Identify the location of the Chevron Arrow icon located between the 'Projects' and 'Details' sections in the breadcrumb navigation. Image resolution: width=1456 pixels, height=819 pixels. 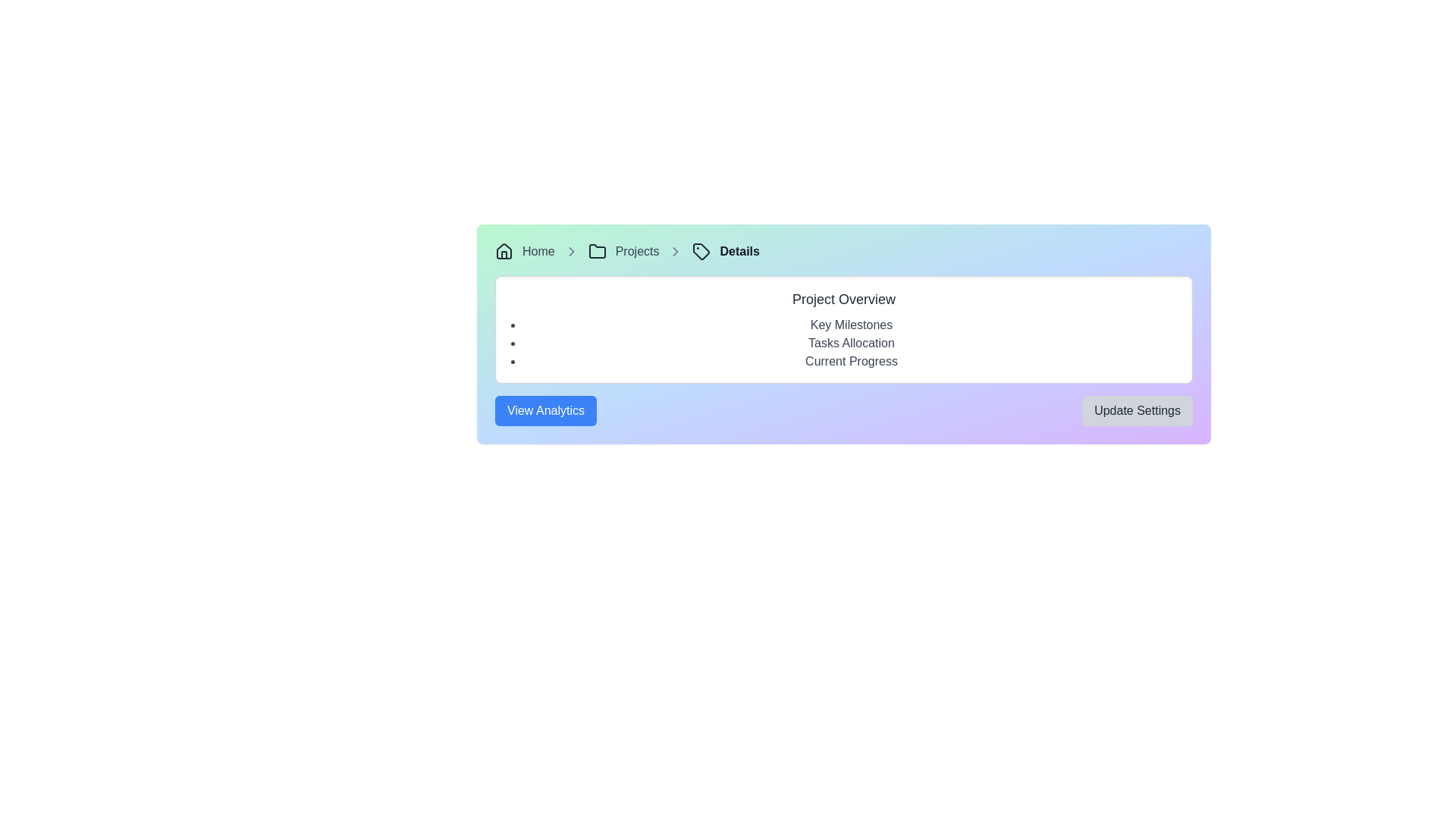
(675, 250).